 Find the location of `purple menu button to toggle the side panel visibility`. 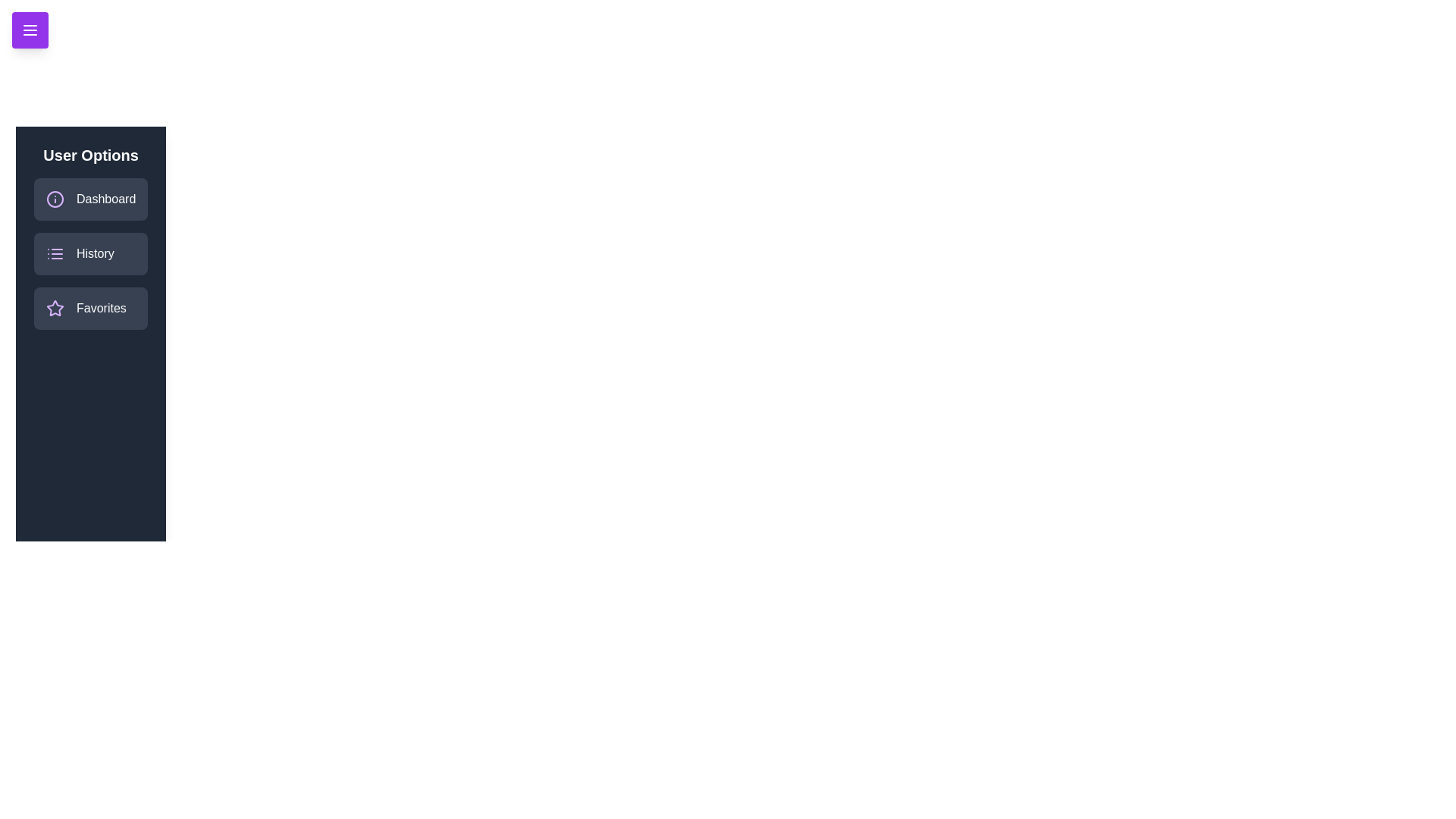

purple menu button to toggle the side panel visibility is located at coordinates (30, 30).